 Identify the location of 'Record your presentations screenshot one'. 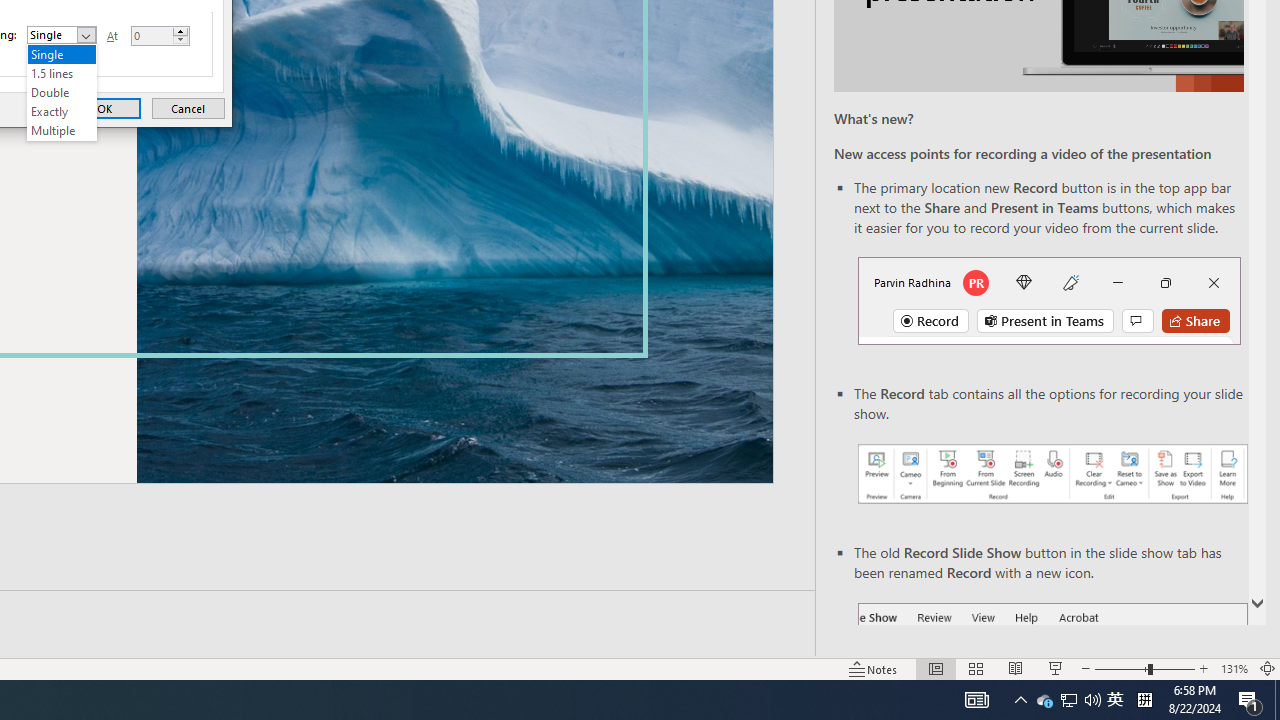
(1051, 474).